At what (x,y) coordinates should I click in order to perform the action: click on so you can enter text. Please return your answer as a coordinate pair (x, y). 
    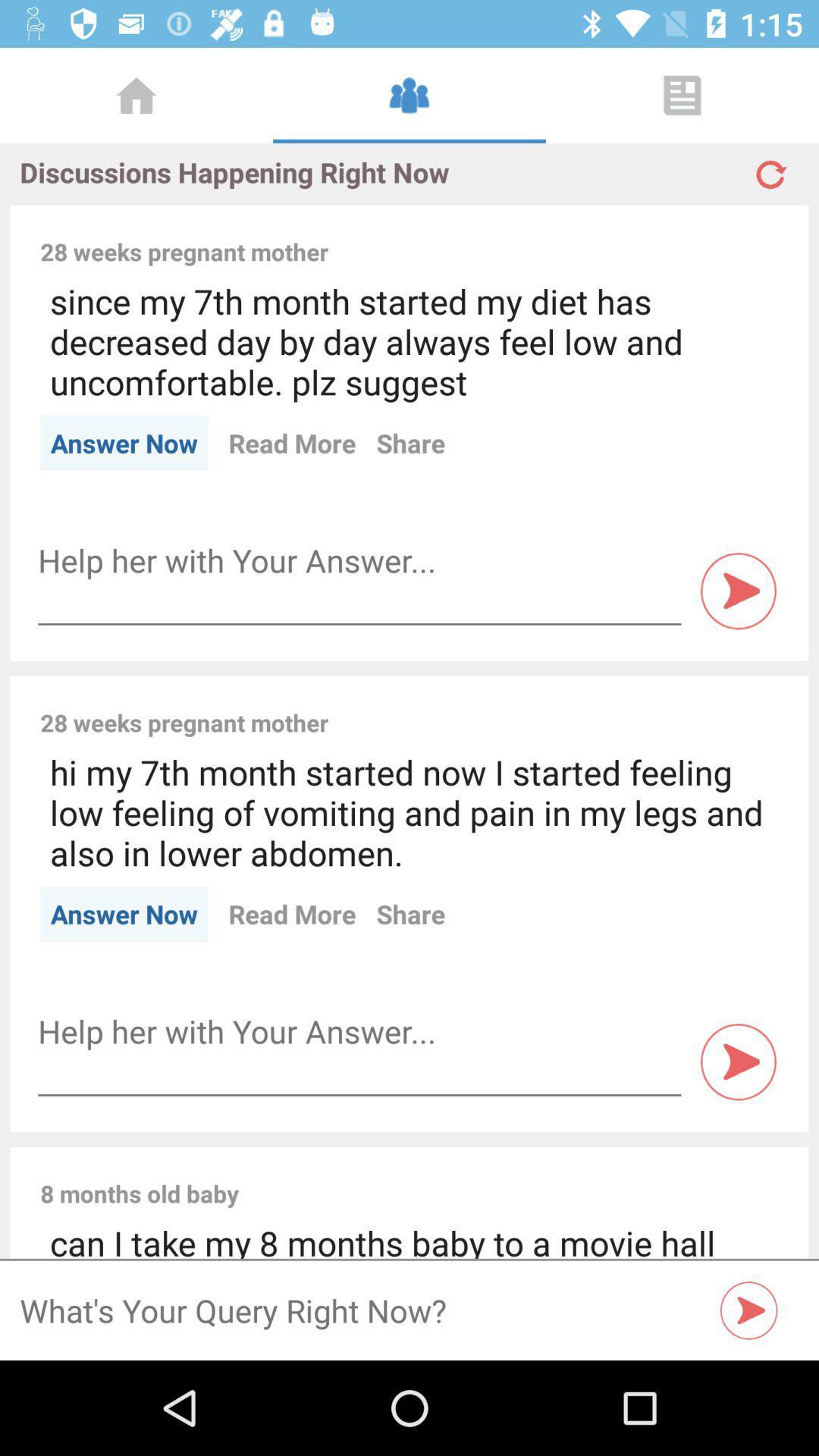
    Looking at the image, I should click on (359, 1031).